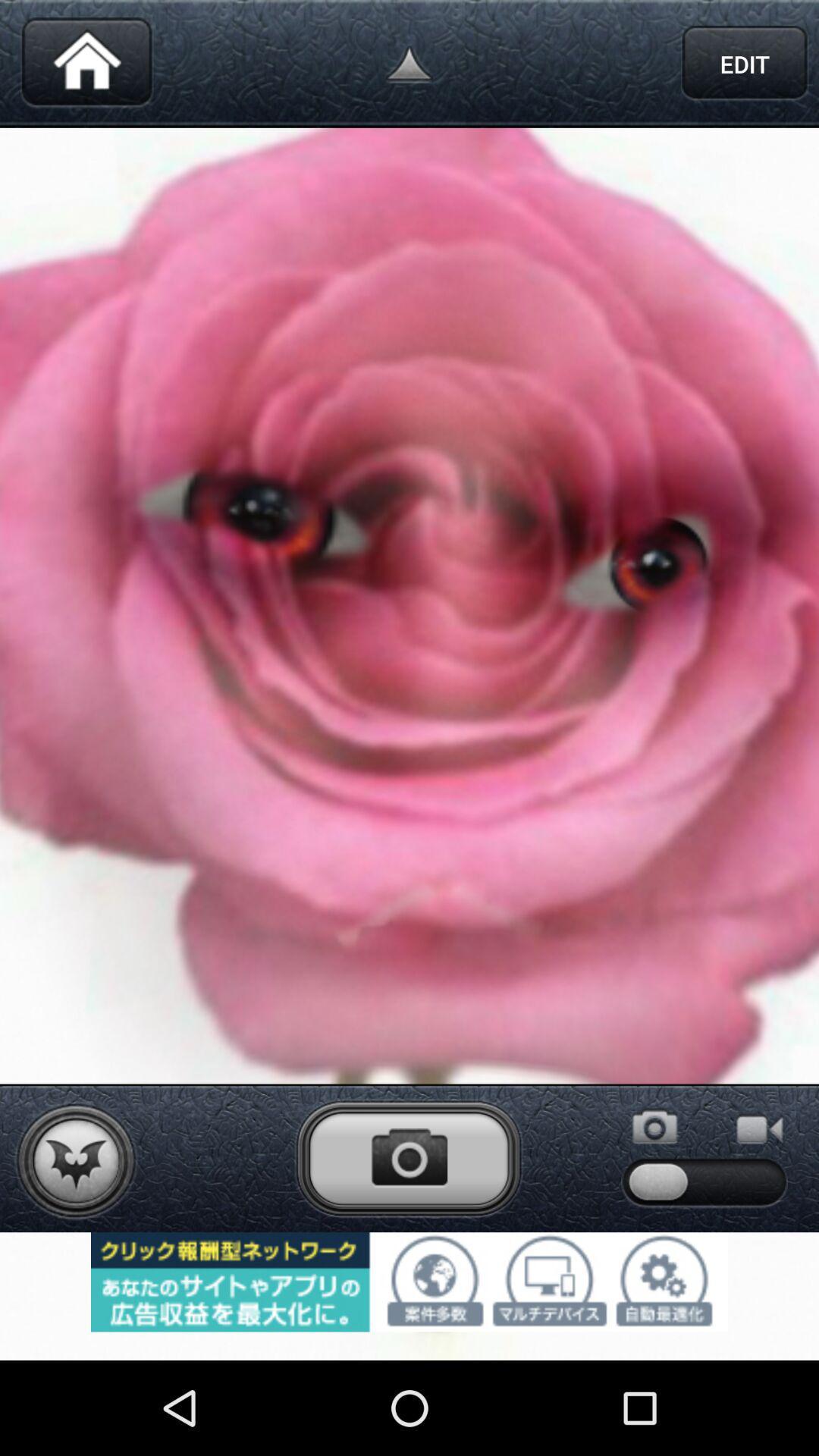 The width and height of the screenshot is (819, 1456). Describe the element at coordinates (409, 1281) in the screenshot. I see `advertisement` at that location.